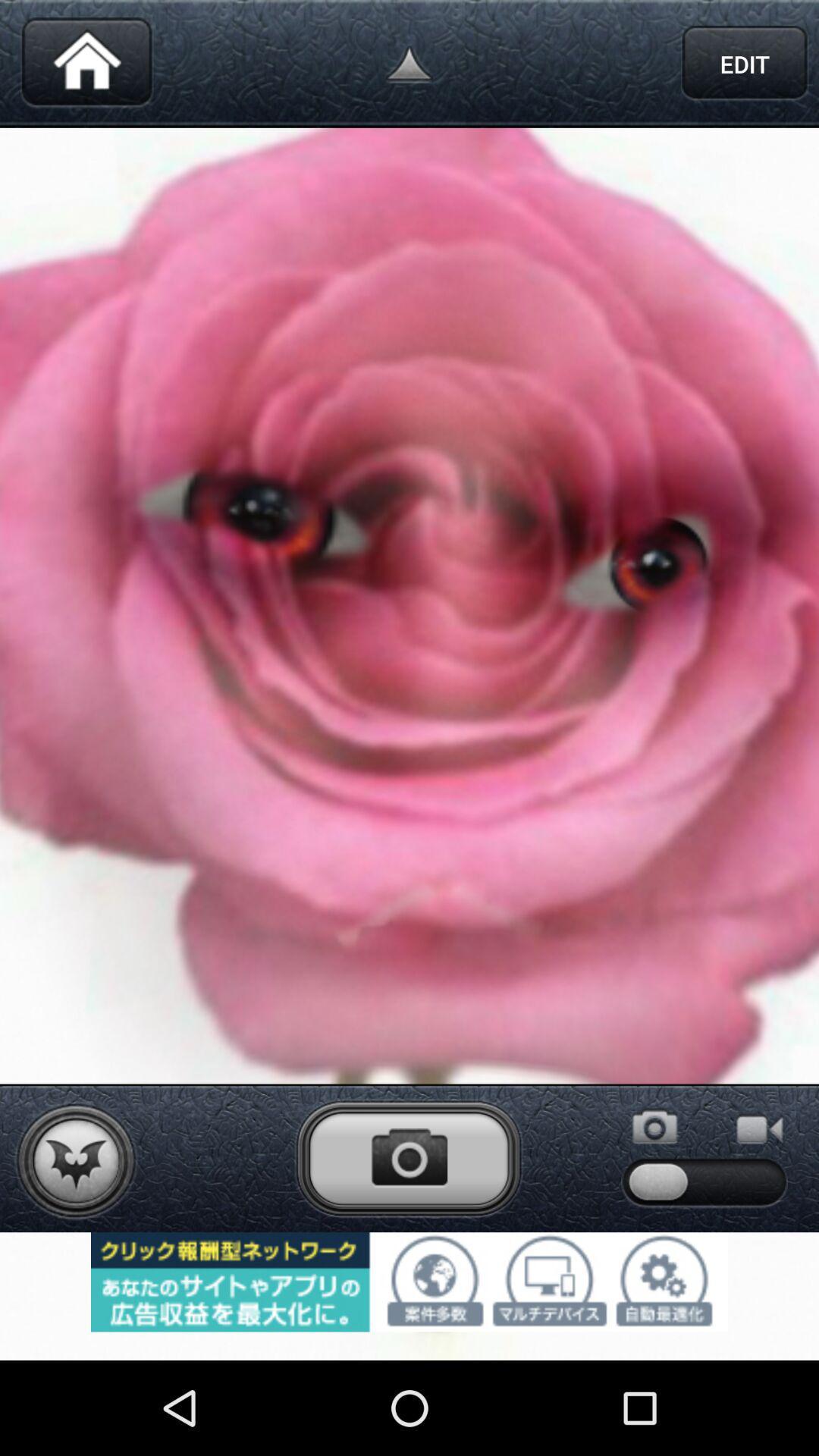 The width and height of the screenshot is (819, 1456). Describe the element at coordinates (409, 1281) in the screenshot. I see `advertisement` at that location.